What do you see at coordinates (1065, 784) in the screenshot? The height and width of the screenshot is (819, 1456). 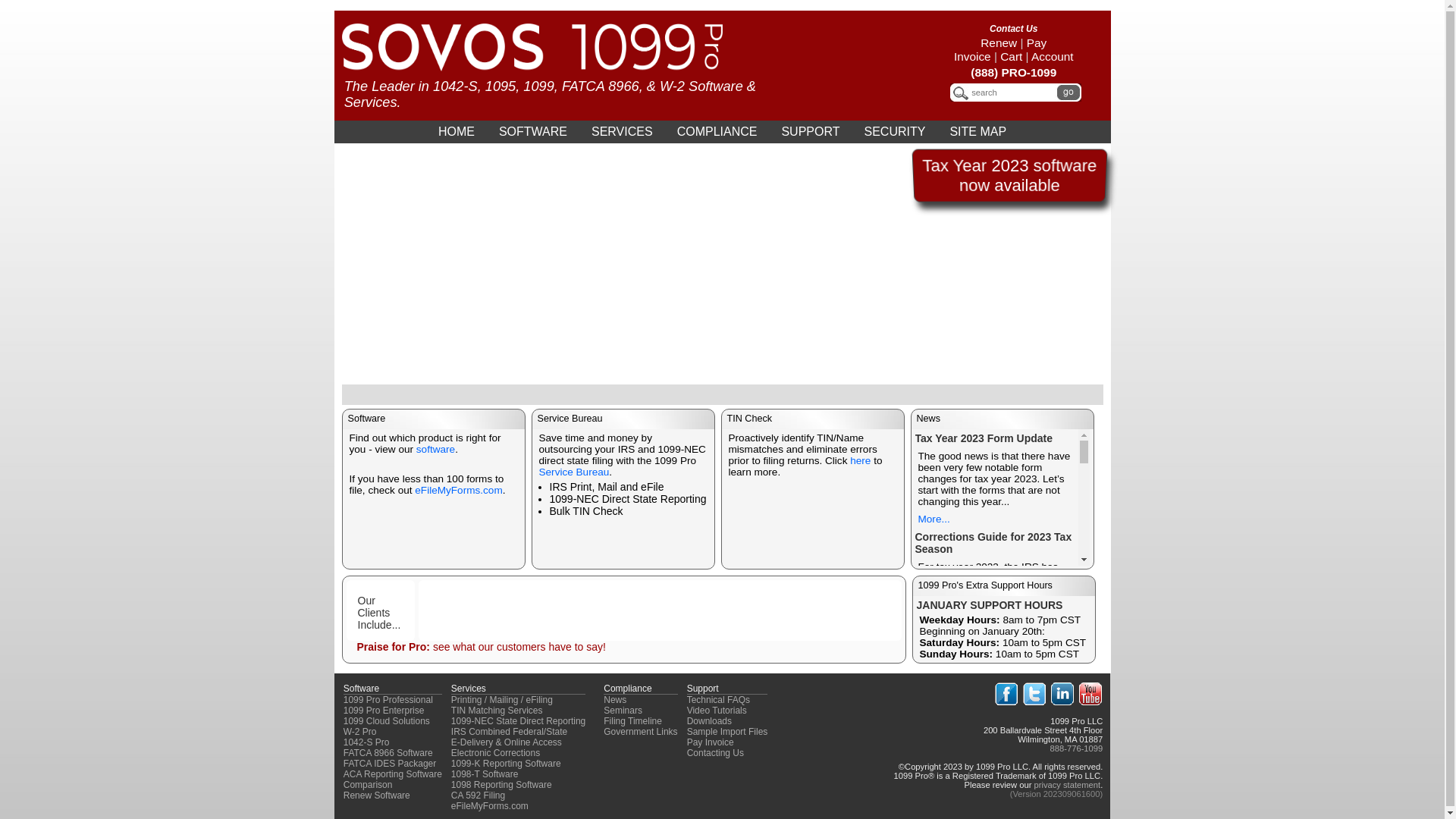 I see `'privacy statement'` at bounding box center [1065, 784].